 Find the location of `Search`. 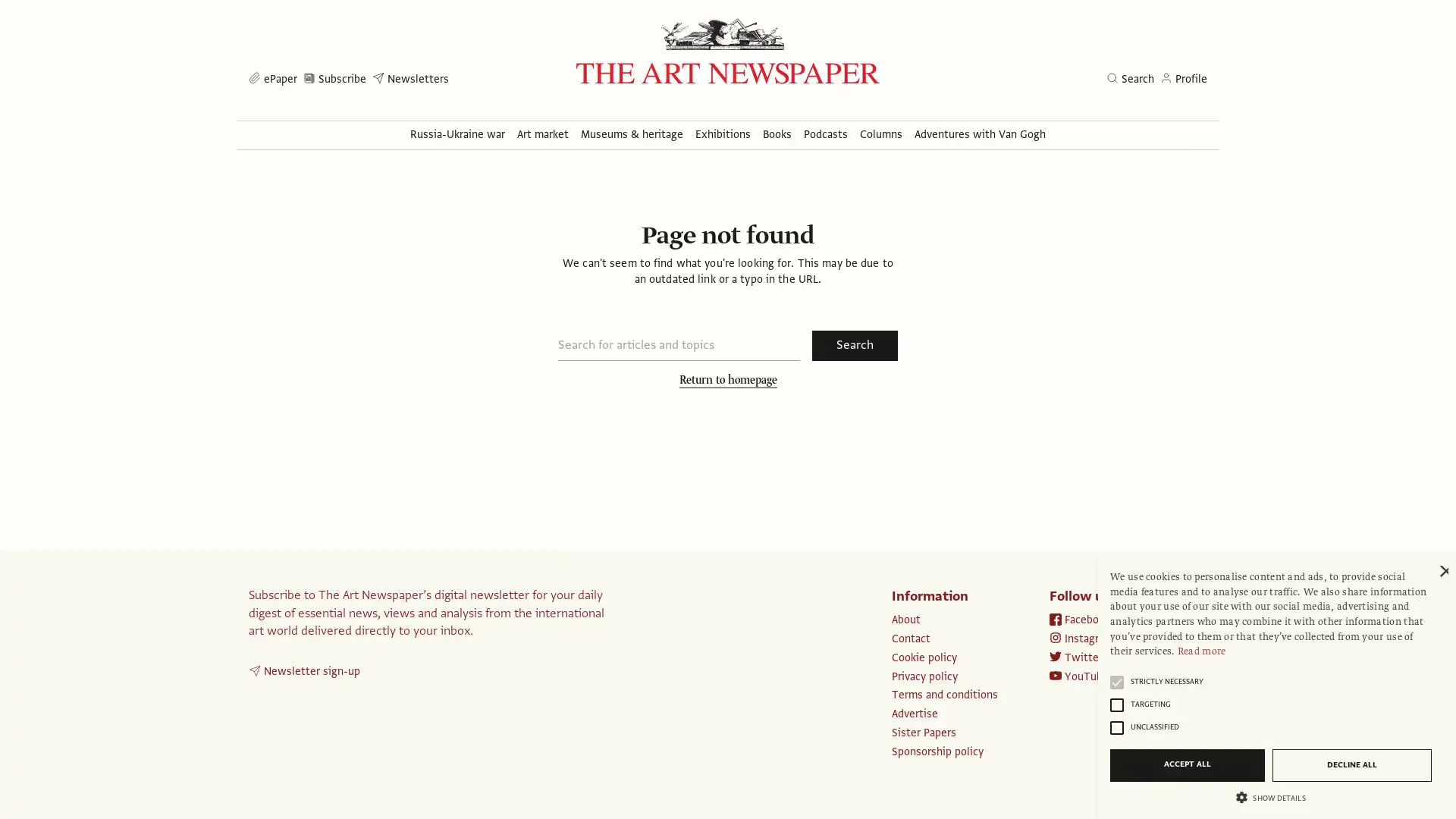

Search is located at coordinates (855, 345).